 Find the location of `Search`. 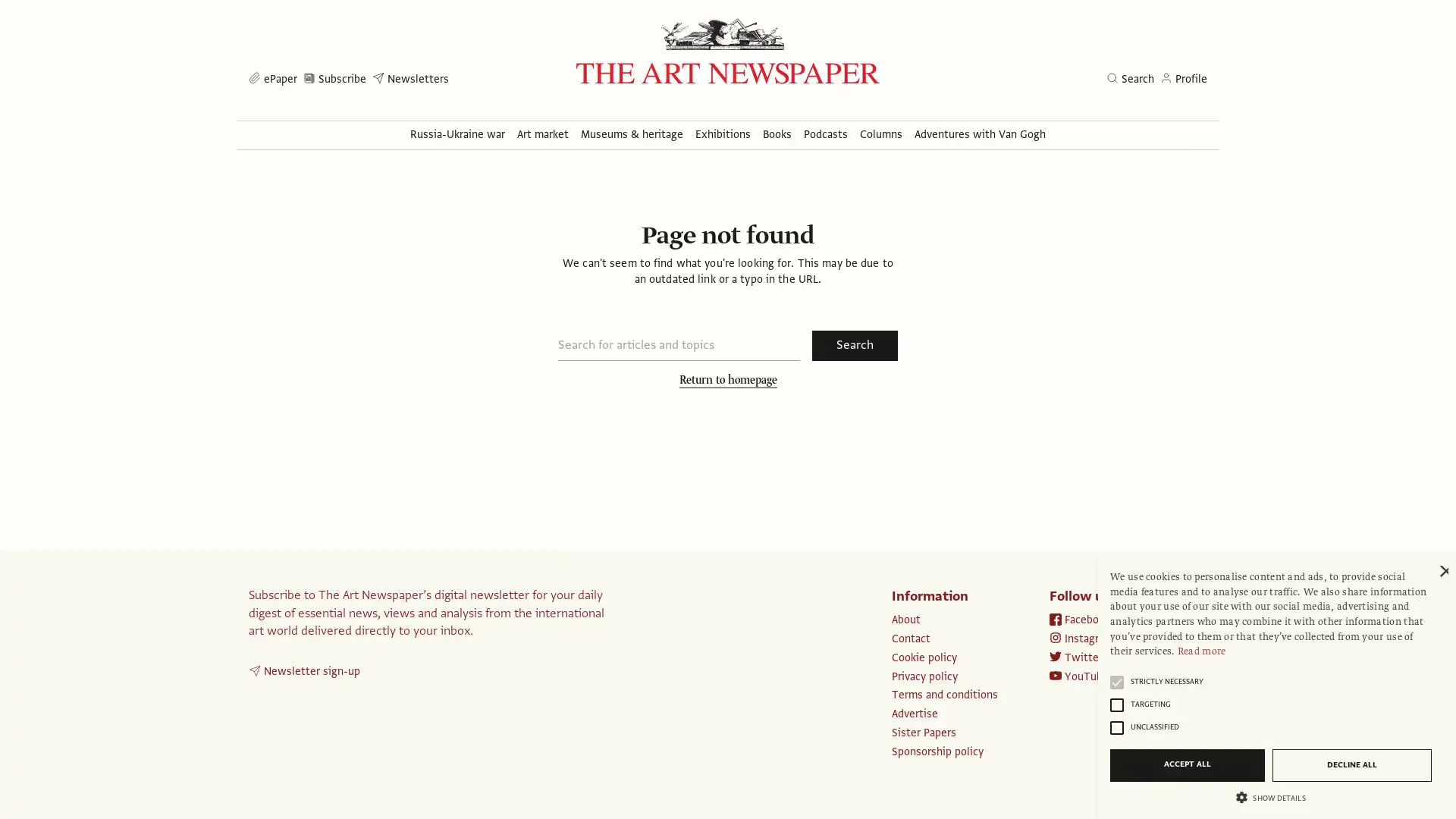

Search is located at coordinates (855, 345).